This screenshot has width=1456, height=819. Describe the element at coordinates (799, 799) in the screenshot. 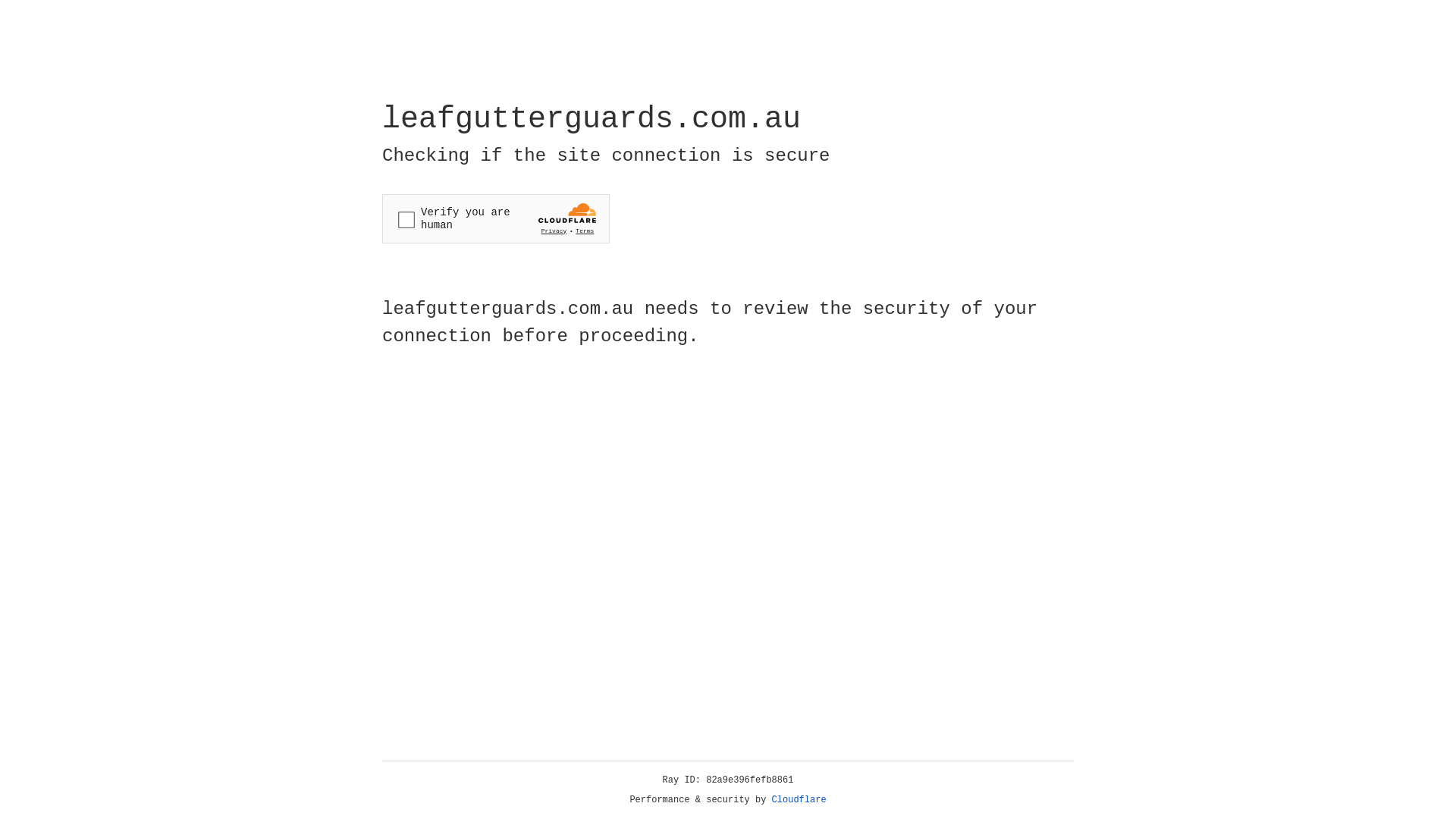

I see `'Cloudflare'` at that location.